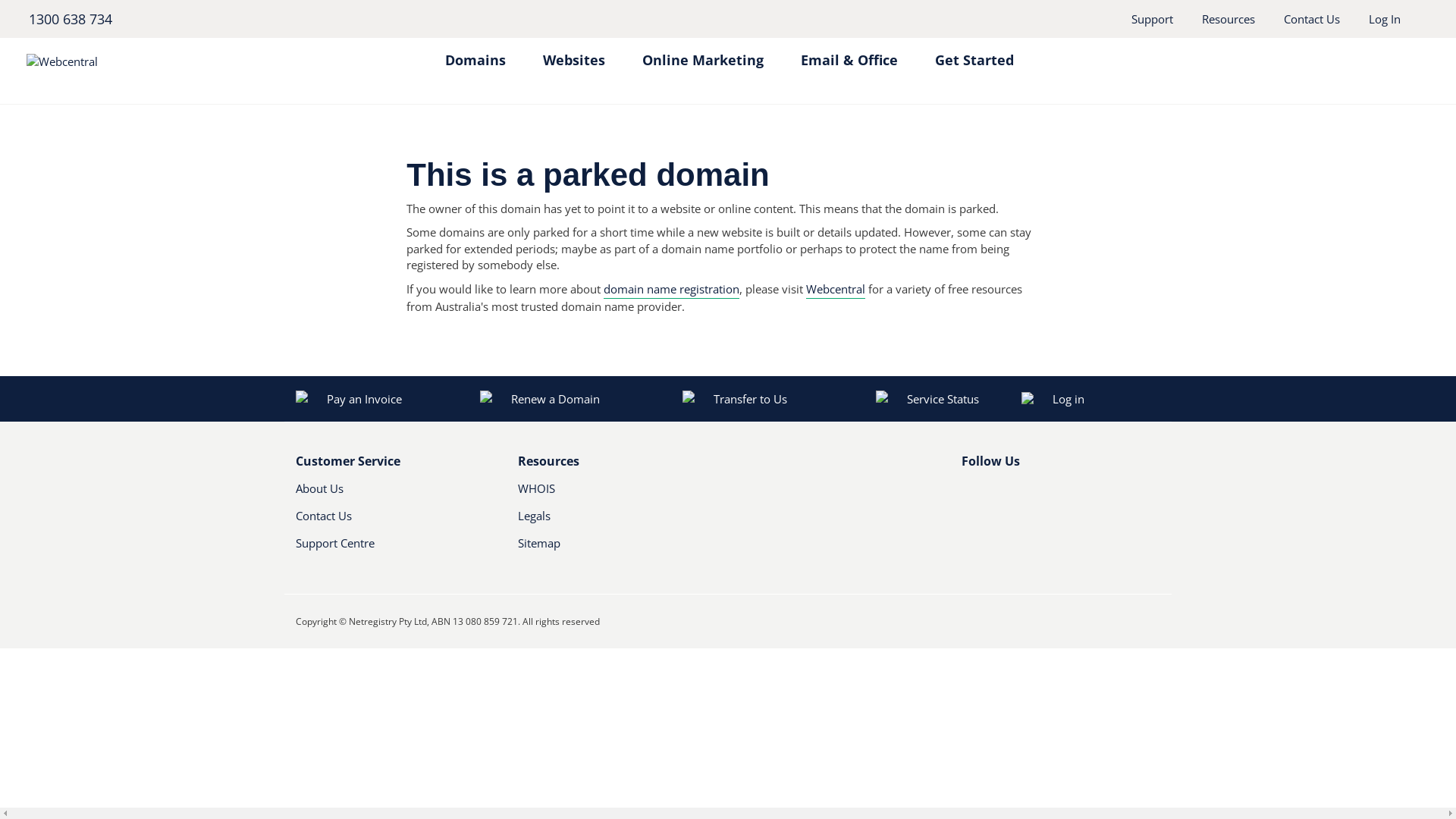  Describe the element at coordinates (295, 549) in the screenshot. I see `'Support Centre'` at that location.